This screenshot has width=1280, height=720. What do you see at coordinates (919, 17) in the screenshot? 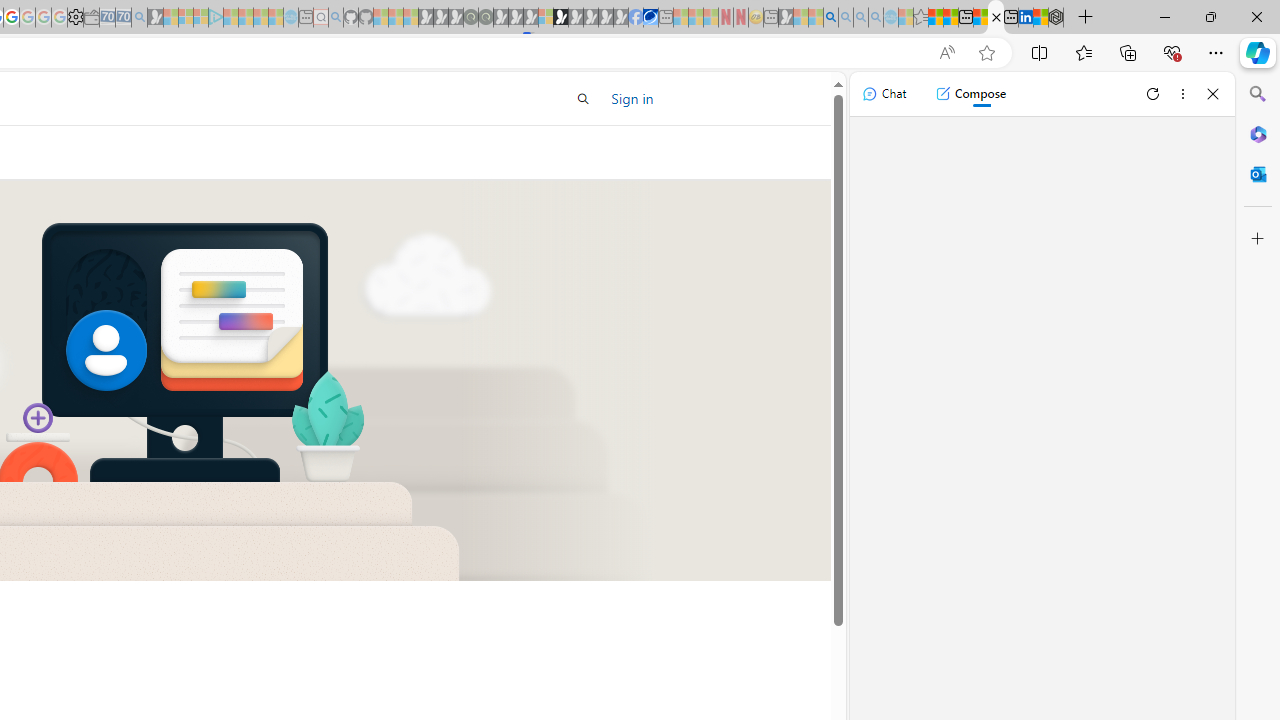
I see `'Favorites - Sleeping'` at bounding box center [919, 17].